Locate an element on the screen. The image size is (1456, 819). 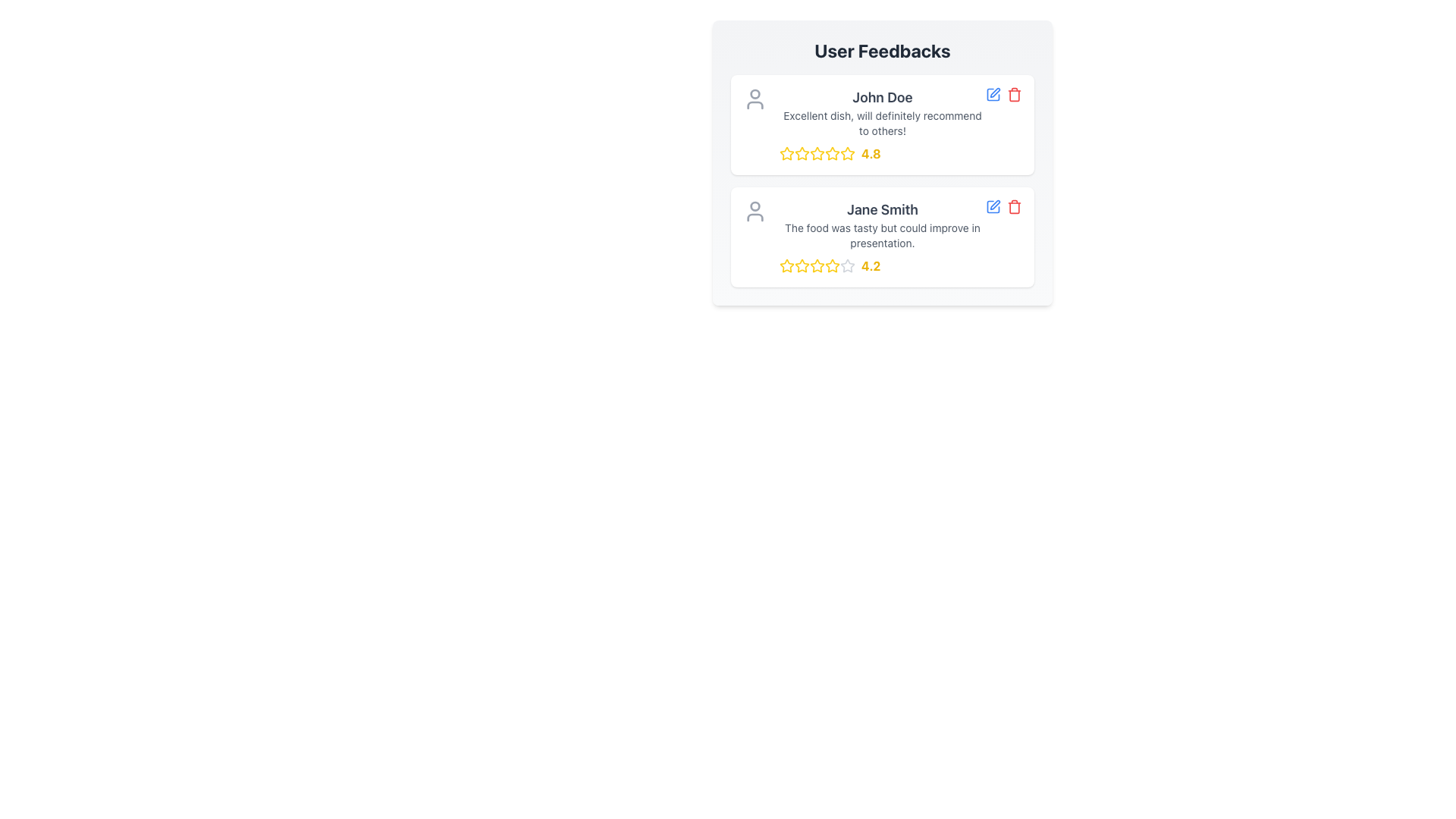
the second star icon in the five-star rating system under the review 'The food was tasty but could improve in presentation' is located at coordinates (800, 265).